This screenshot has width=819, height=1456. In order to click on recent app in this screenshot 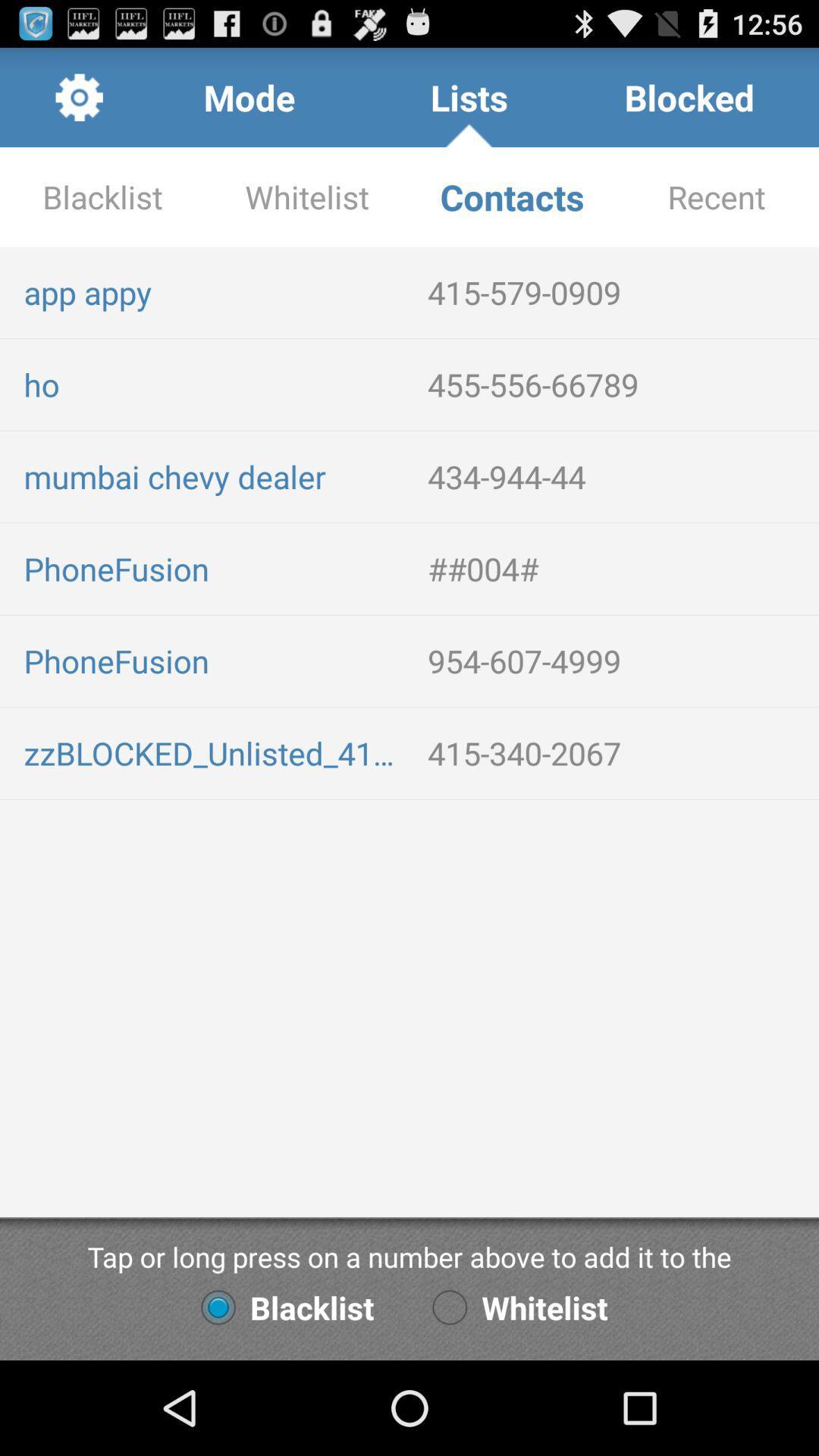, I will do `click(717, 196)`.